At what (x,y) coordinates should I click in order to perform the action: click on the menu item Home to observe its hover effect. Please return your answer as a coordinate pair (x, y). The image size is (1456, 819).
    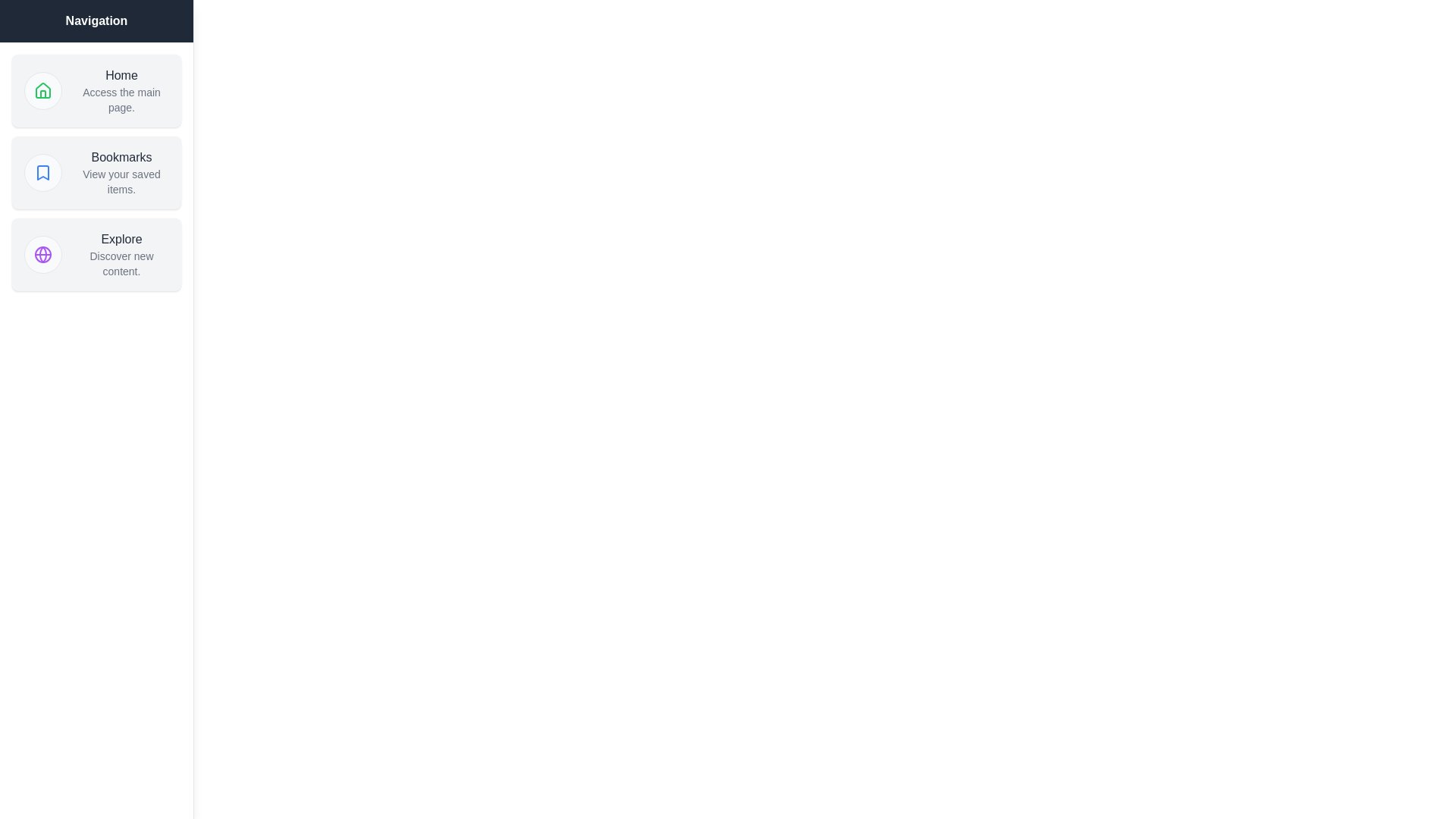
    Looking at the image, I should click on (96, 90).